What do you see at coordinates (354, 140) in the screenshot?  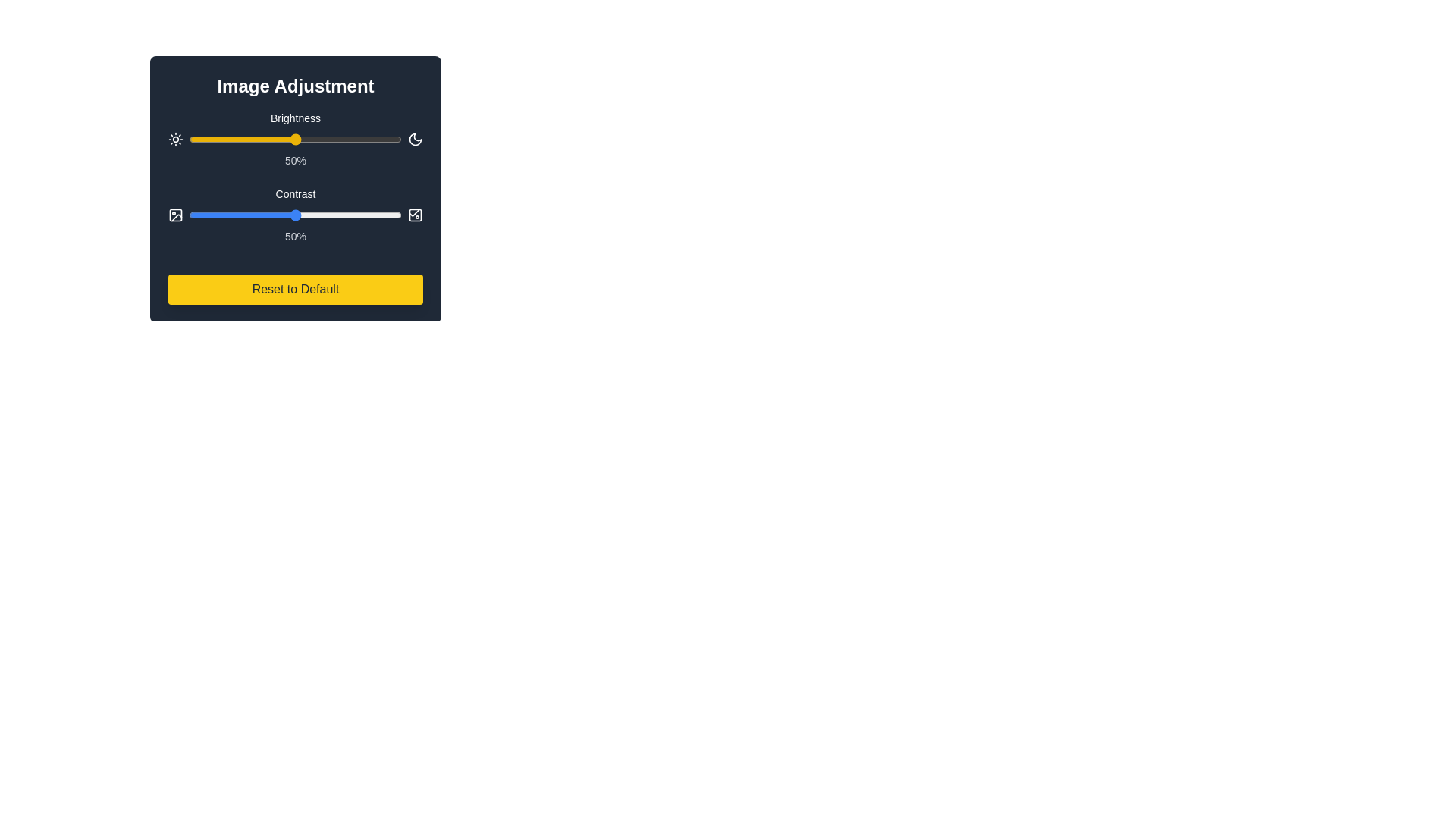 I see `brightness` at bounding box center [354, 140].